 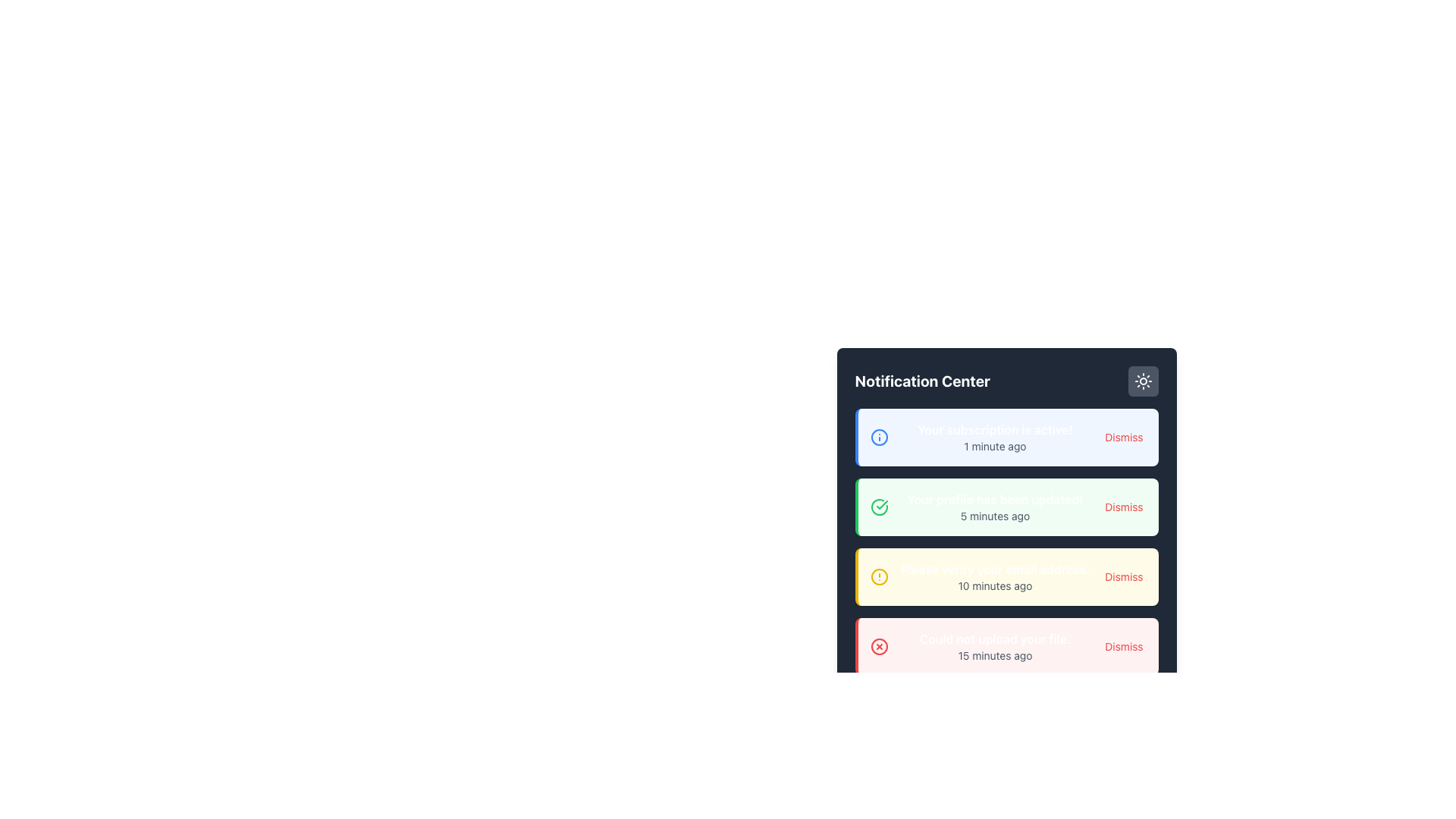 I want to click on the fourth notification card in the vertically stacked list under the 'Notification Center' heading, which informs the user about a failed file upload attempt, so click(x=1006, y=646).